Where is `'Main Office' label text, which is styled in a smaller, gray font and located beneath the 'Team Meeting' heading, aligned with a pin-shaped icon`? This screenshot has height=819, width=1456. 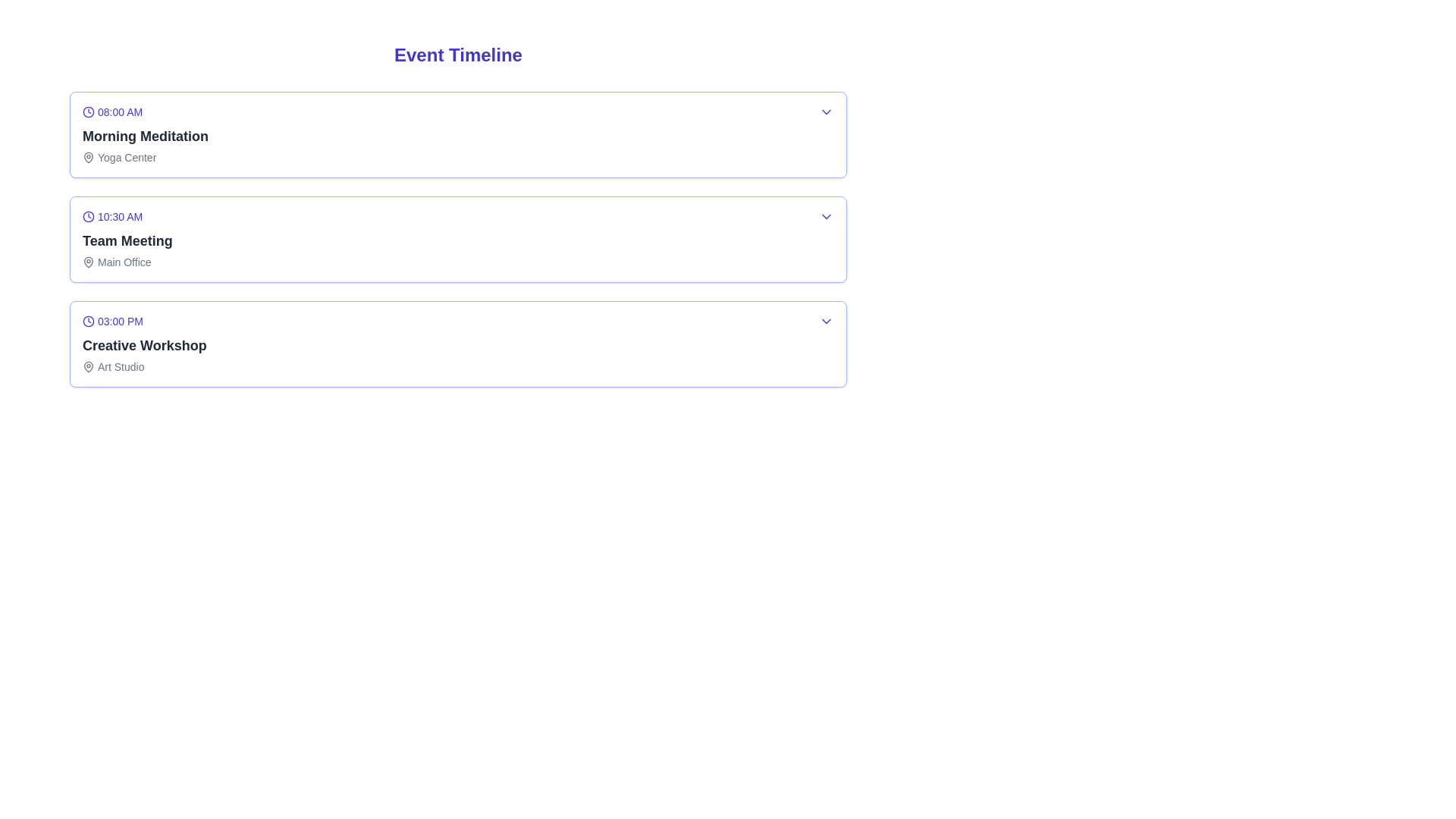
'Main Office' label text, which is styled in a smaller, gray font and located beneath the 'Team Meeting' heading, aligned with a pin-shaped icon is located at coordinates (127, 262).